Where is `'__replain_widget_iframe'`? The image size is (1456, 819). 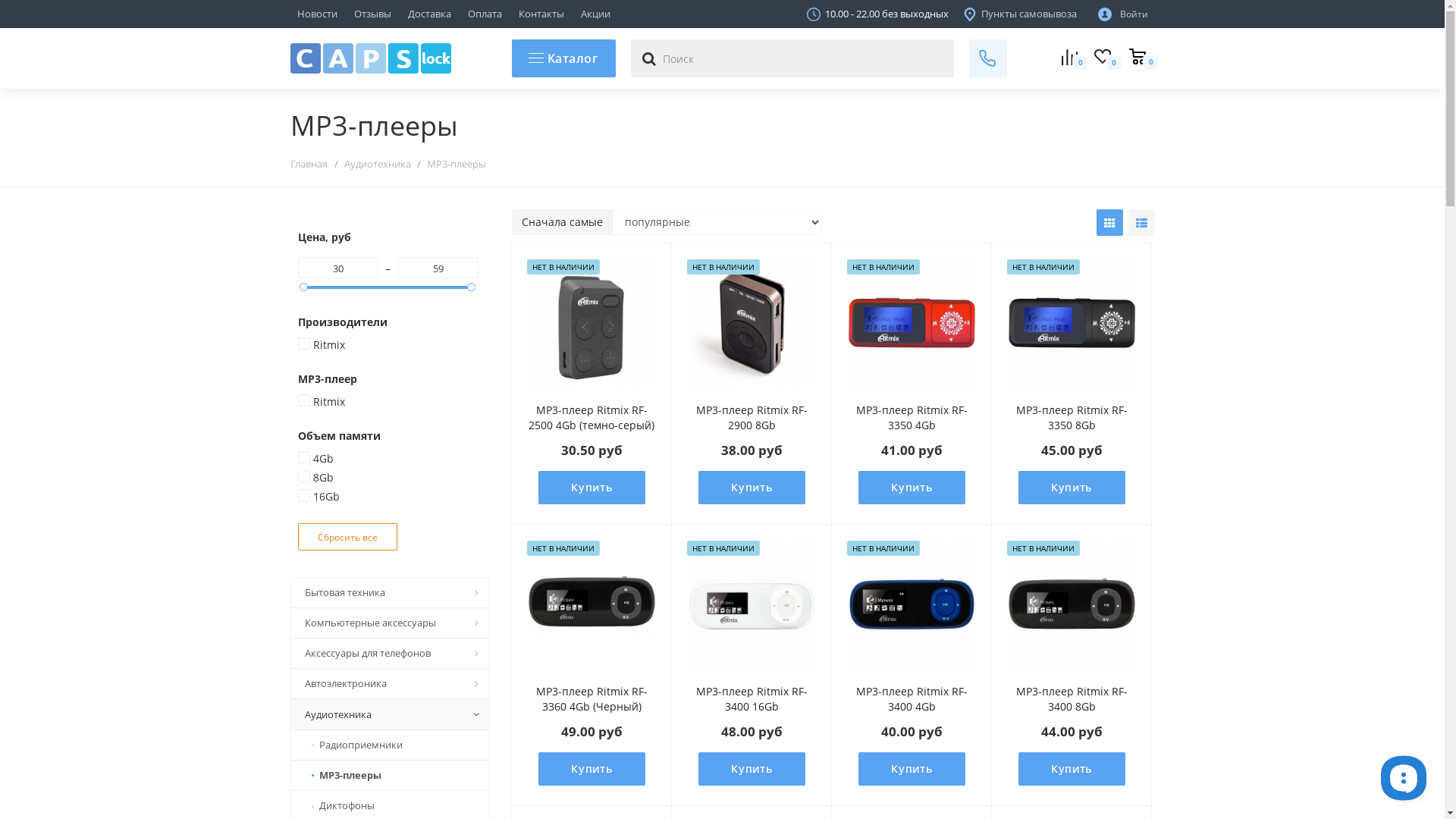 '__replain_widget_iframe' is located at coordinates (1401, 777).